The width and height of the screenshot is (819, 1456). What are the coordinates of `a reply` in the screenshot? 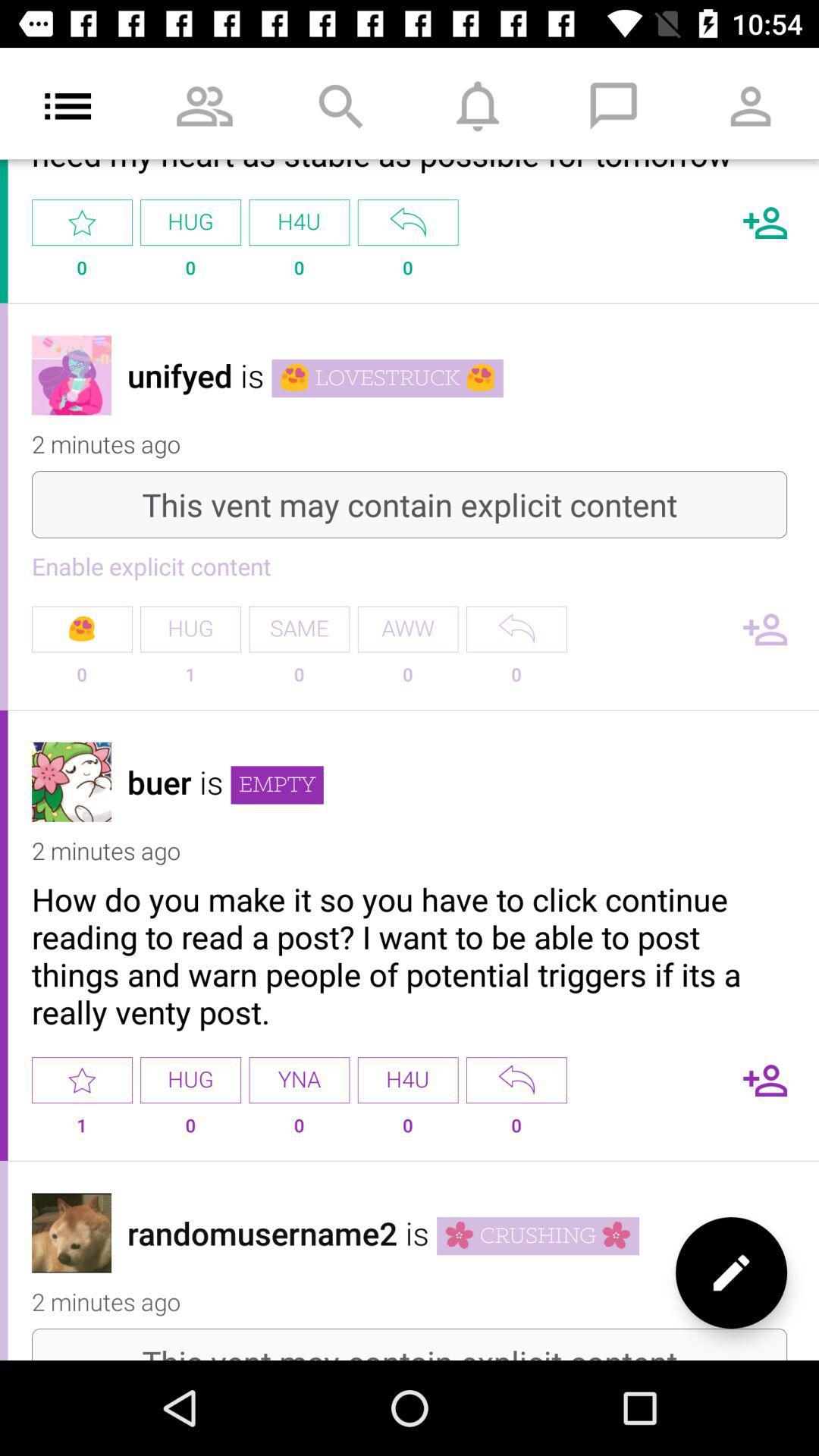 It's located at (516, 1079).